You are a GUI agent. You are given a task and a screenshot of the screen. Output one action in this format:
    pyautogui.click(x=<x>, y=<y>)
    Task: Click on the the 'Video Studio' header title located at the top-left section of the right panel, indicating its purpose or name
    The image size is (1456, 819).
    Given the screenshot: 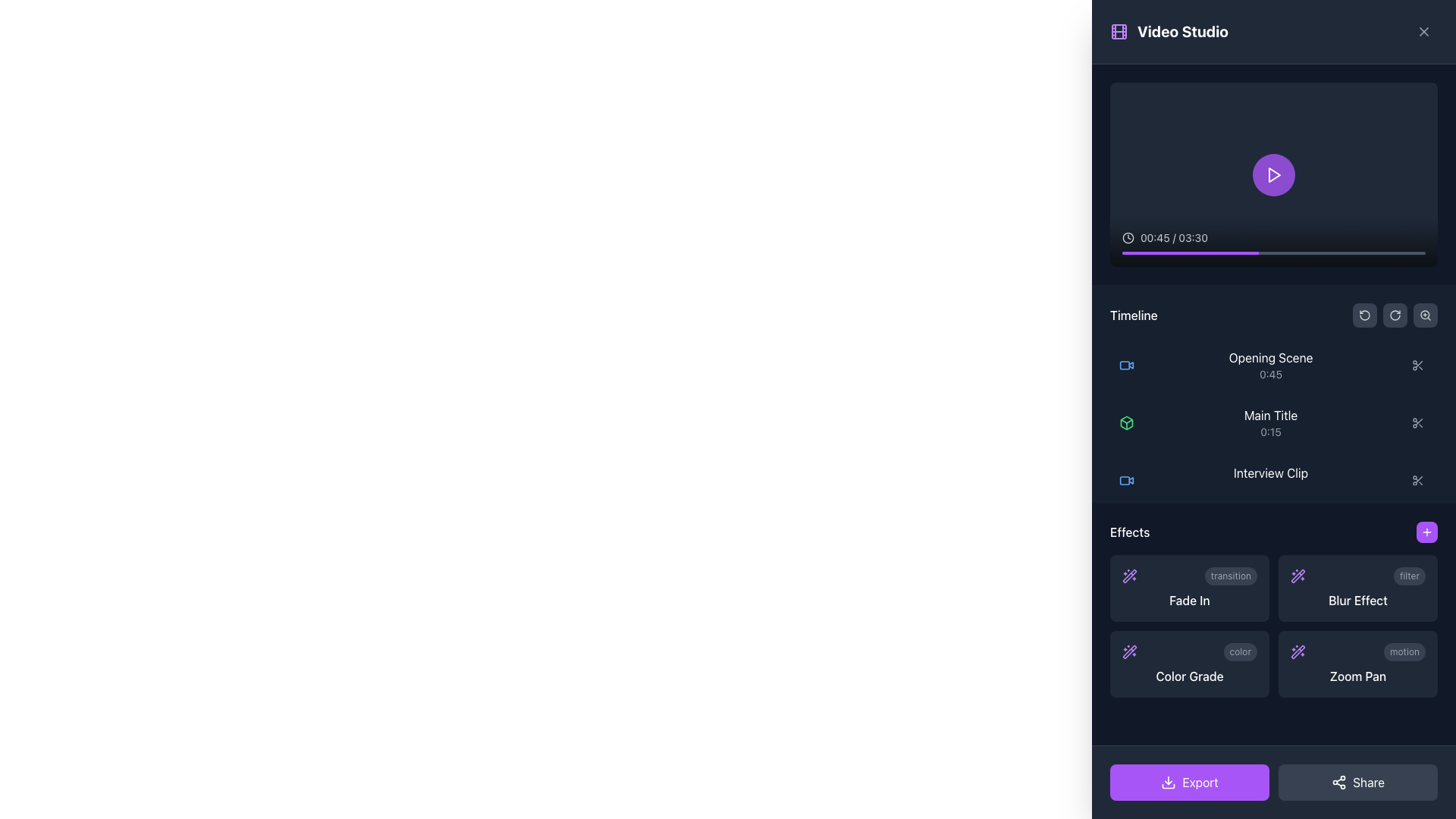 What is the action you would take?
    pyautogui.click(x=1182, y=32)
    